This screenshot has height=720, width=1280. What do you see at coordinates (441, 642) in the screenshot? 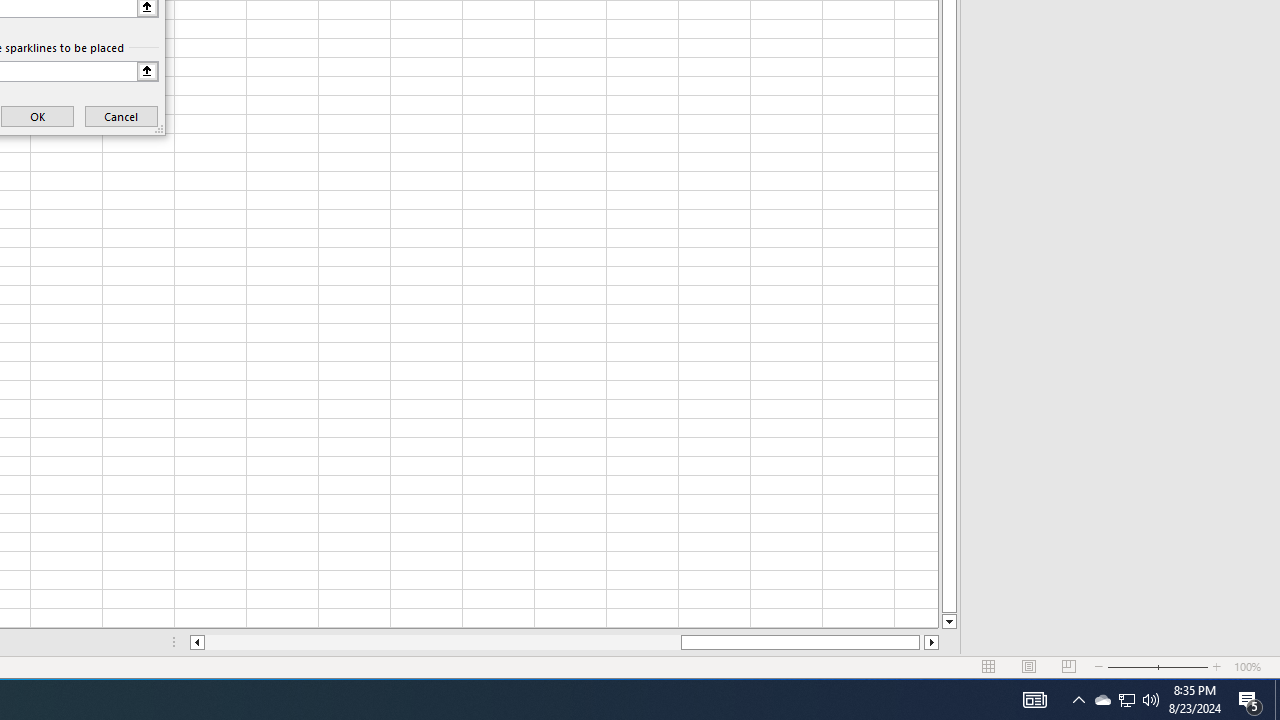
I see `'Page left'` at bounding box center [441, 642].